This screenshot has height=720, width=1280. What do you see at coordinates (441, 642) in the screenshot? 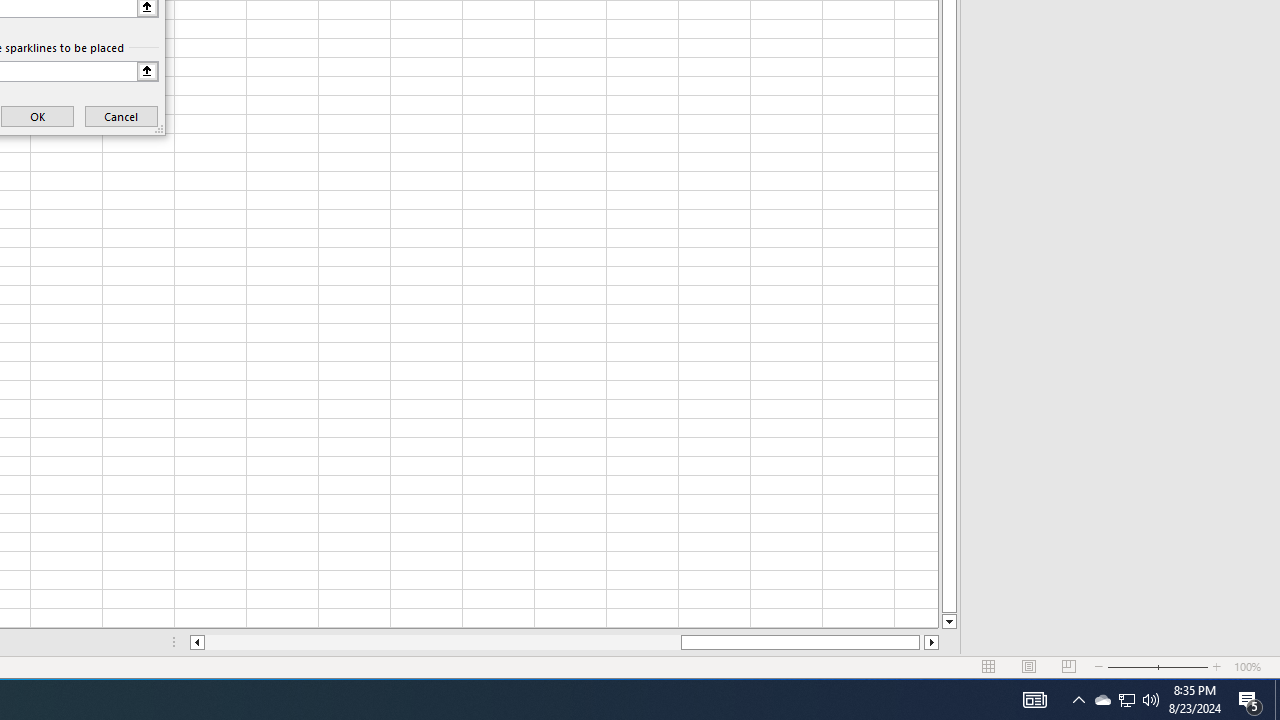
I see `'Page left'` at bounding box center [441, 642].